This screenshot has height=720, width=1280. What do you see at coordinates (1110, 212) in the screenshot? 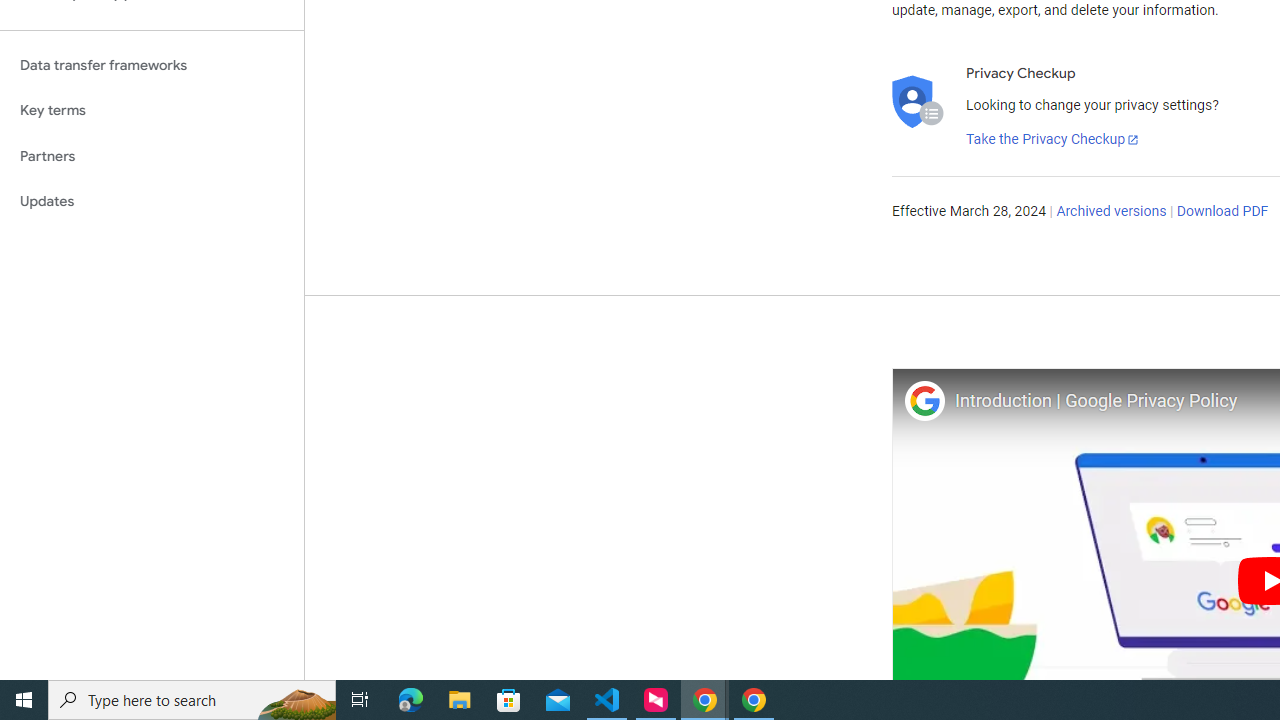
I see `'Archived versions'` at bounding box center [1110, 212].